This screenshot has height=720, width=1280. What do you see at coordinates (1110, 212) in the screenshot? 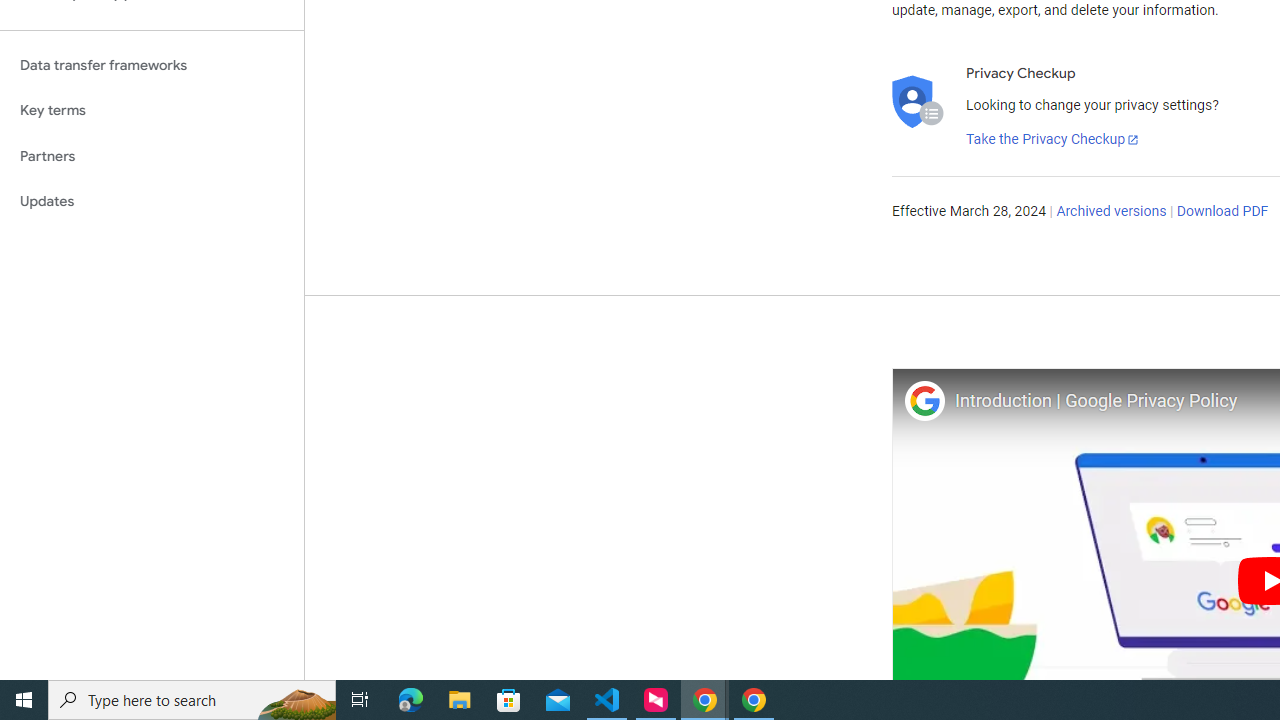
I see `'Archived versions'` at bounding box center [1110, 212].